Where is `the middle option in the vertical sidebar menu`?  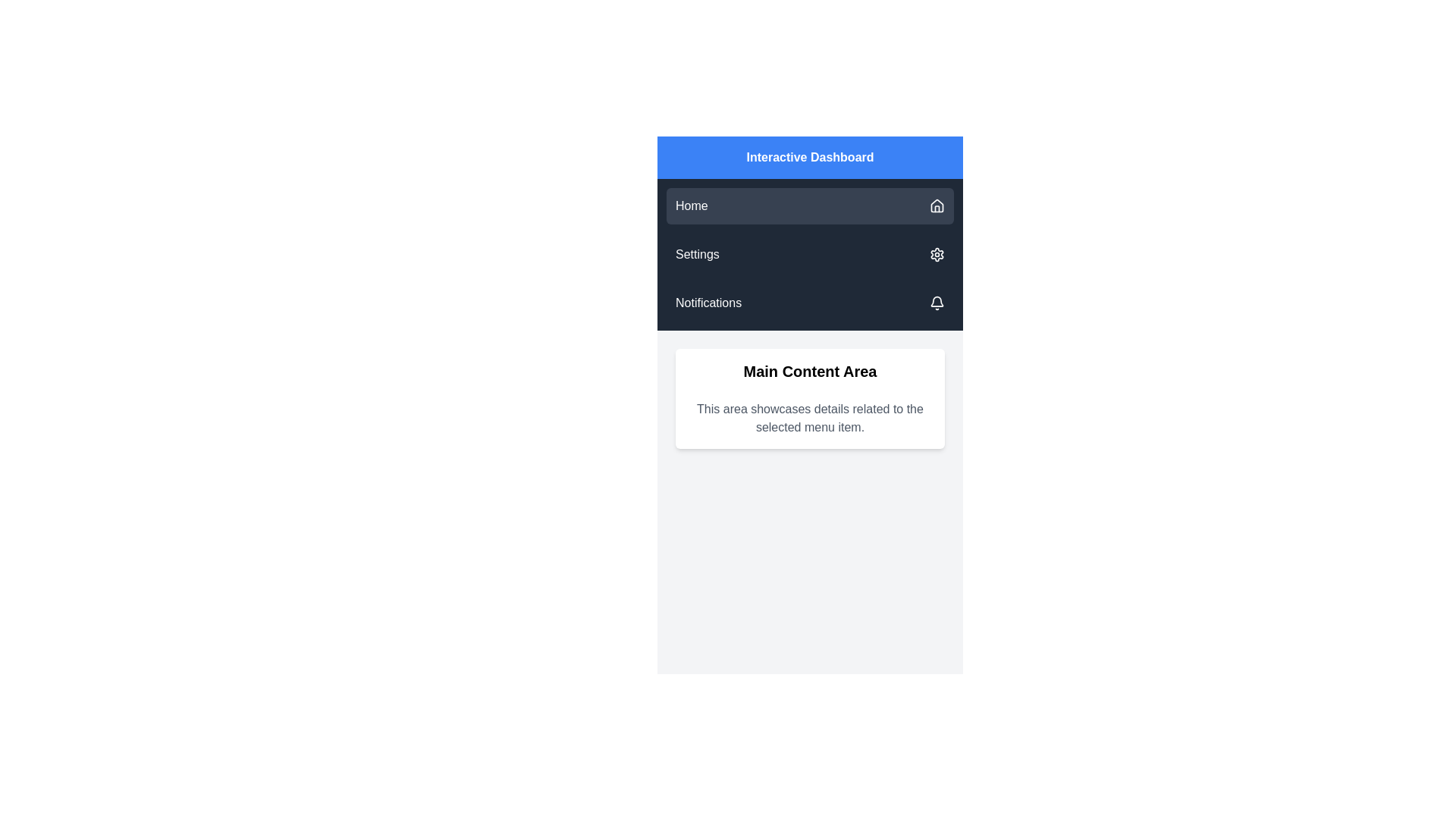 the middle option in the vertical sidebar menu is located at coordinates (809, 253).